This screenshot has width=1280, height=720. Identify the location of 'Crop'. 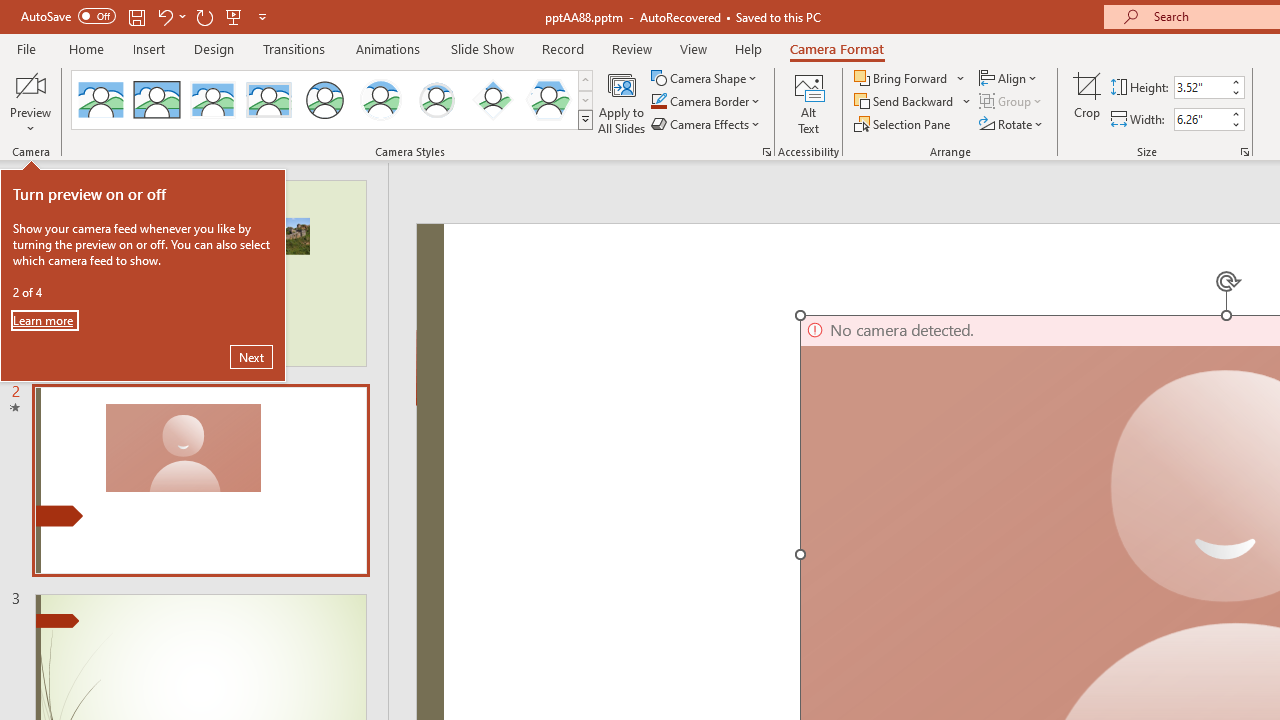
(1086, 103).